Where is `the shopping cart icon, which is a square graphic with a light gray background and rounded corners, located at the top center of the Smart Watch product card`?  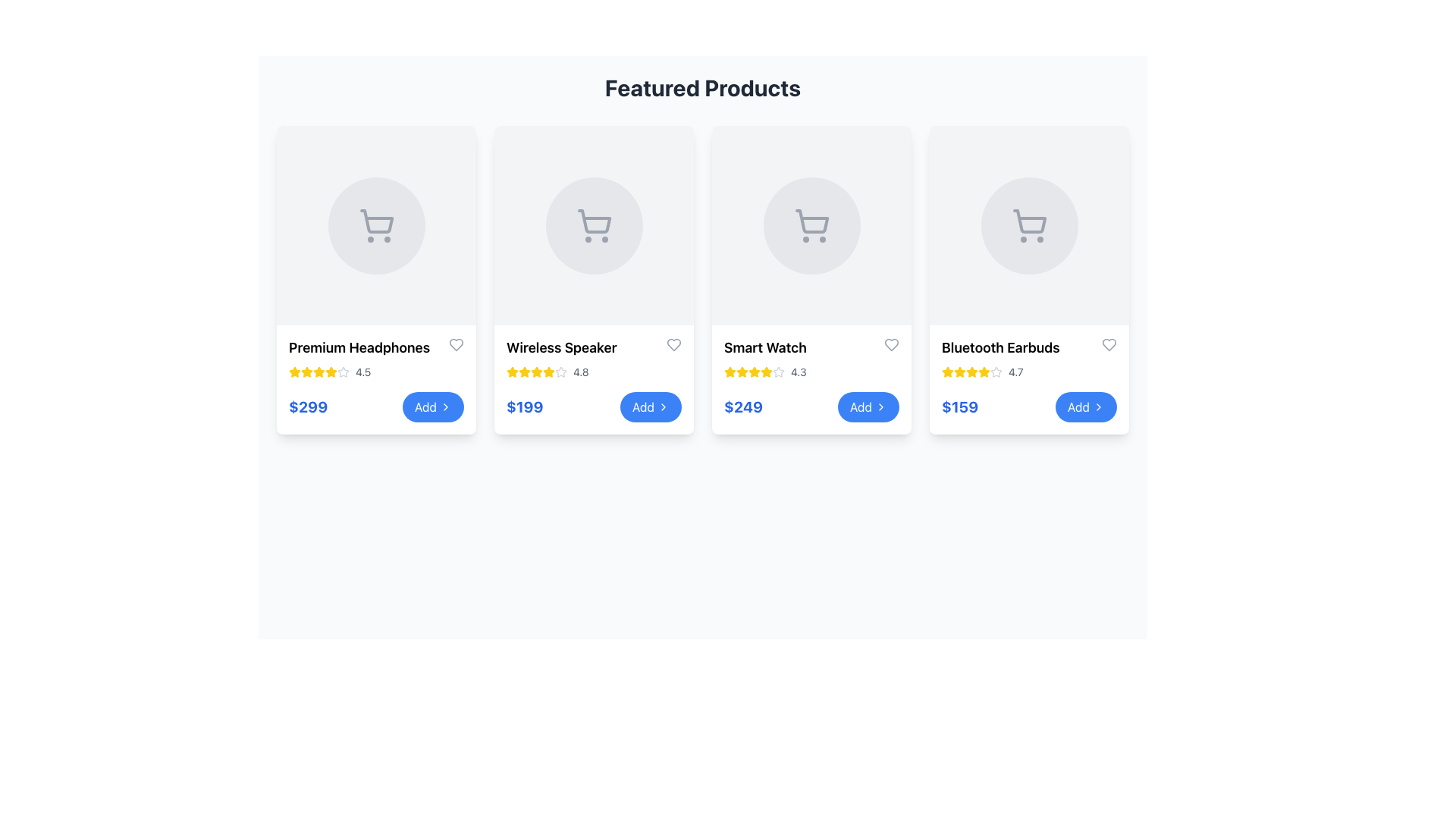
the shopping cart icon, which is a square graphic with a light gray background and rounded corners, located at the top center of the Smart Watch product card is located at coordinates (811, 225).